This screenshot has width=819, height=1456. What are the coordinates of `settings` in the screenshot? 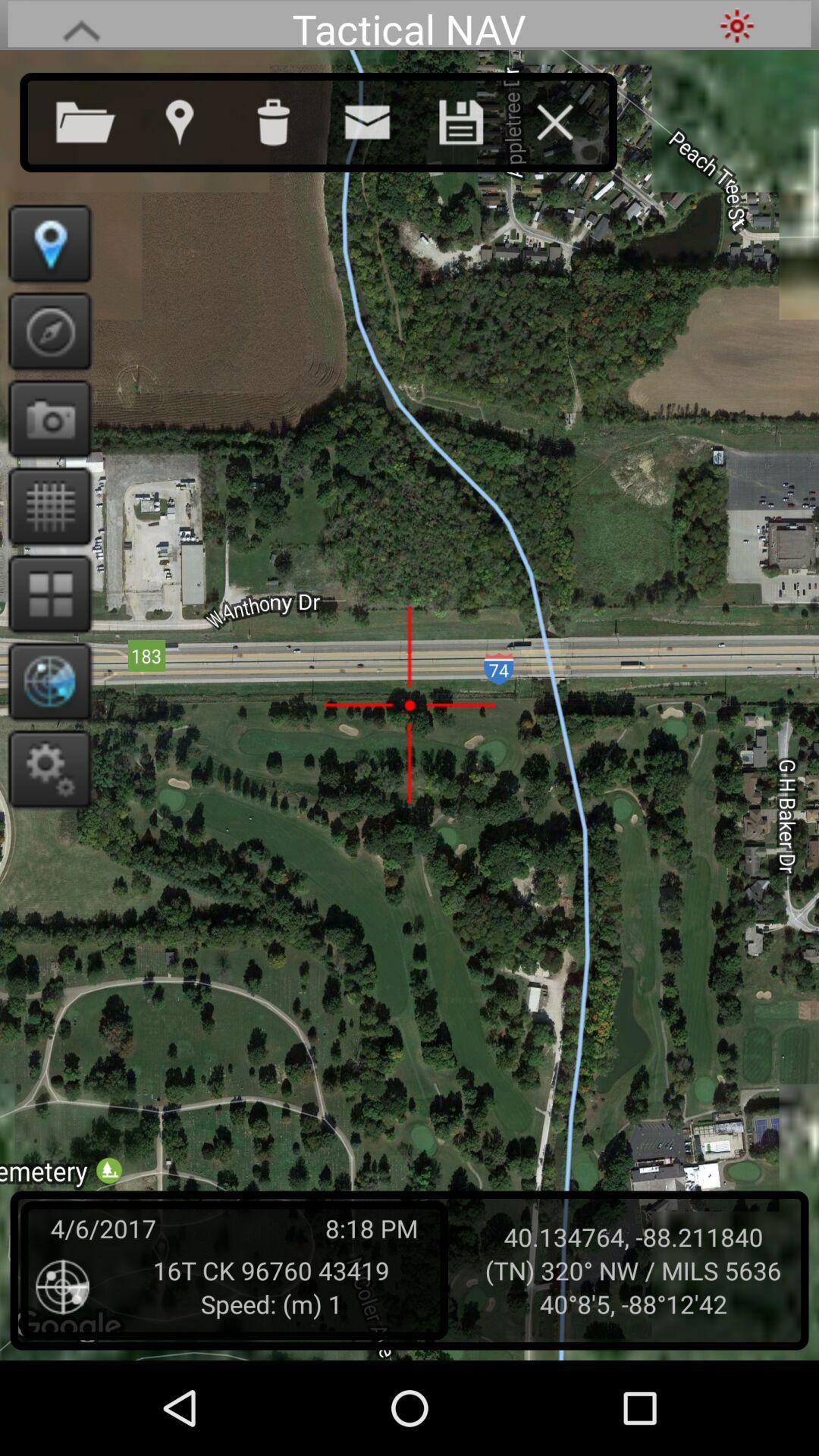 It's located at (44, 768).